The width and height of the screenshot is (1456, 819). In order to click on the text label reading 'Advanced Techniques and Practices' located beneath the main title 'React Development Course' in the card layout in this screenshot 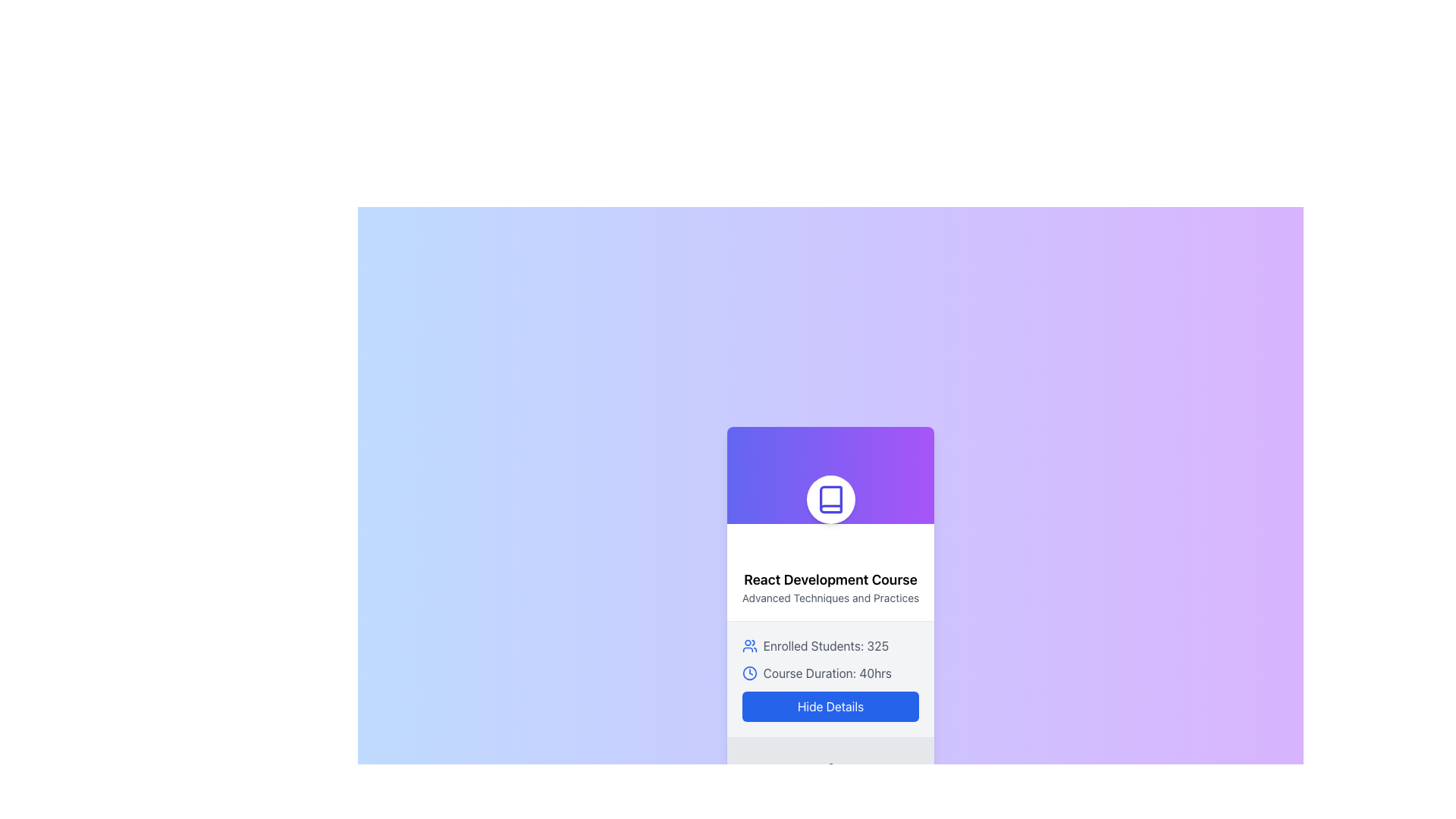, I will do `click(830, 598)`.